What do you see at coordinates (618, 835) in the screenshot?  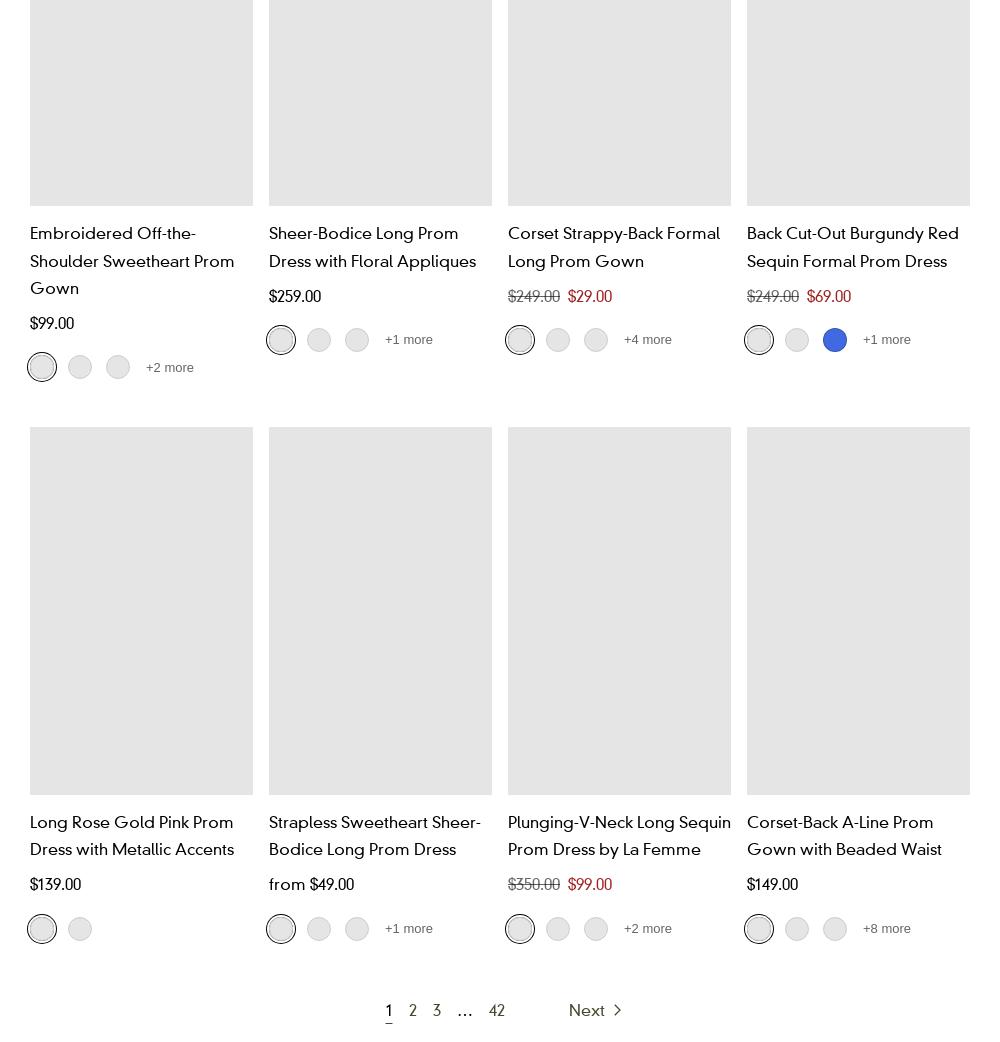 I see `'Plunging-V-Neck Long Sequin Prom Dress by La Femme'` at bounding box center [618, 835].